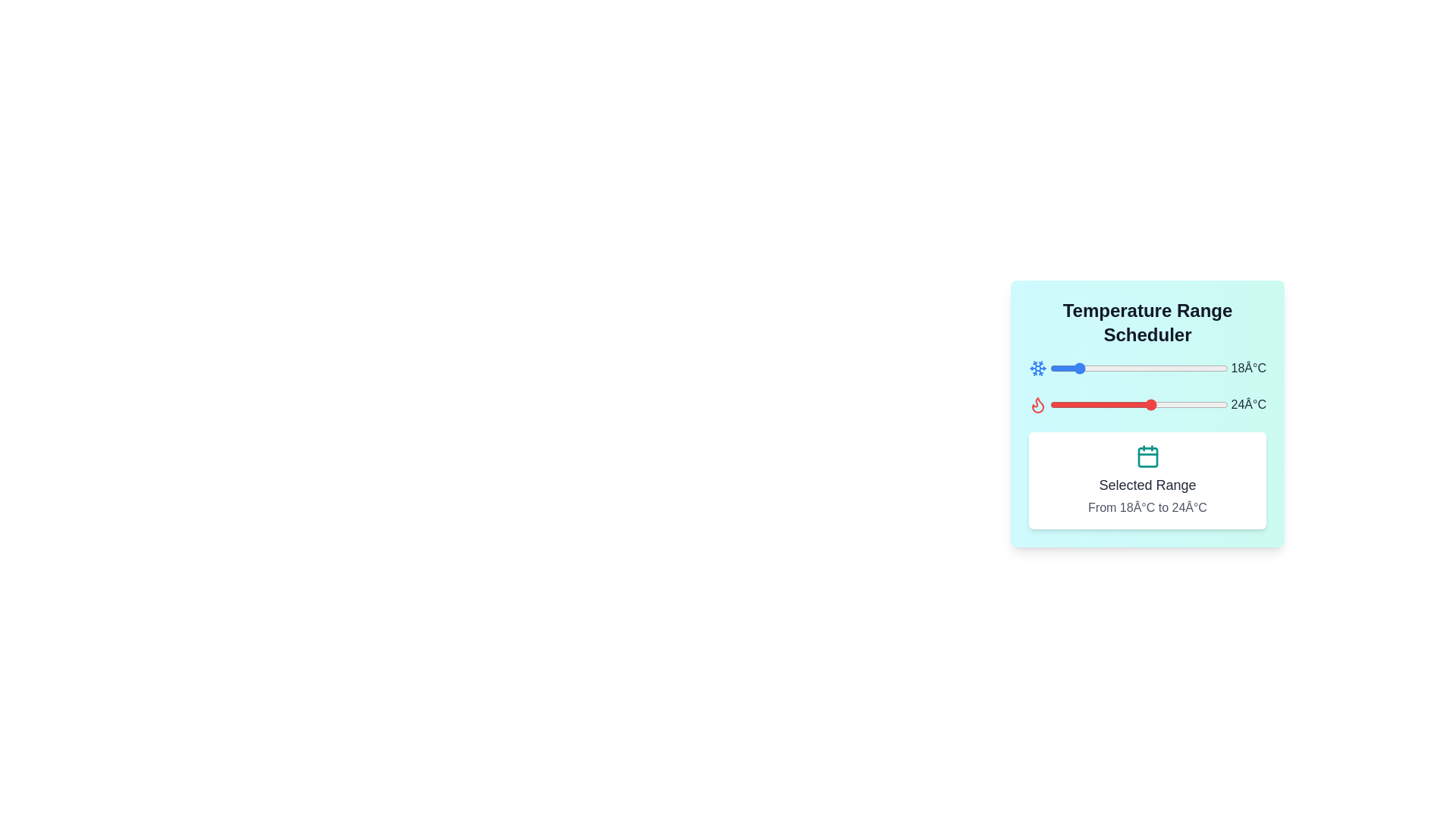 The height and width of the screenshot is (819, 1456). I want to click on the temperature, so click(1152, 403).